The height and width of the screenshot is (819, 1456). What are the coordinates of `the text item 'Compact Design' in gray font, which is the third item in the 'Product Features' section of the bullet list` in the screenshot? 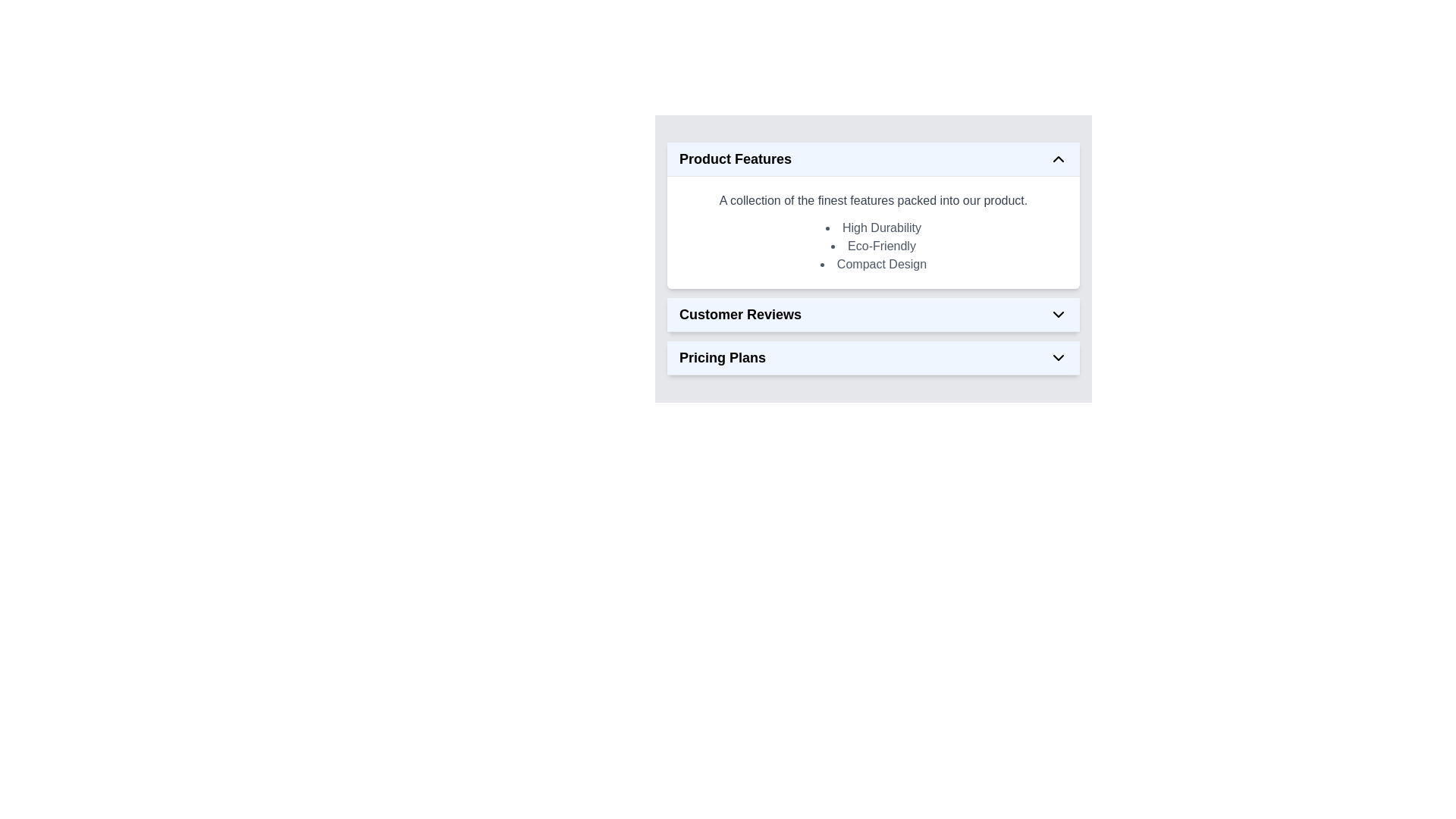 It's located at (874, 263).